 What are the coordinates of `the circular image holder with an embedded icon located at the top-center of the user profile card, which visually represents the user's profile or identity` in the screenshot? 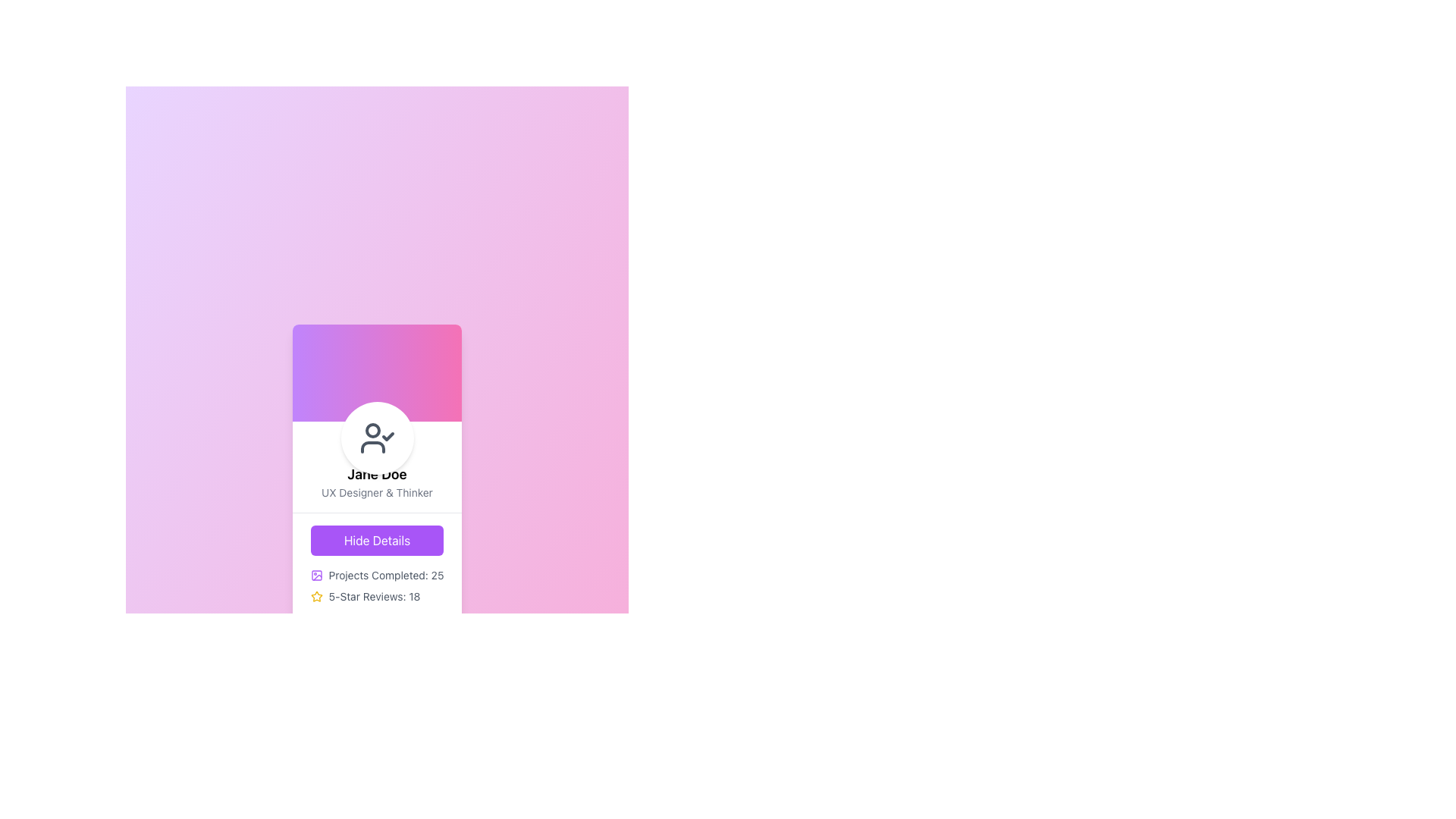 It's located at (377, 438).